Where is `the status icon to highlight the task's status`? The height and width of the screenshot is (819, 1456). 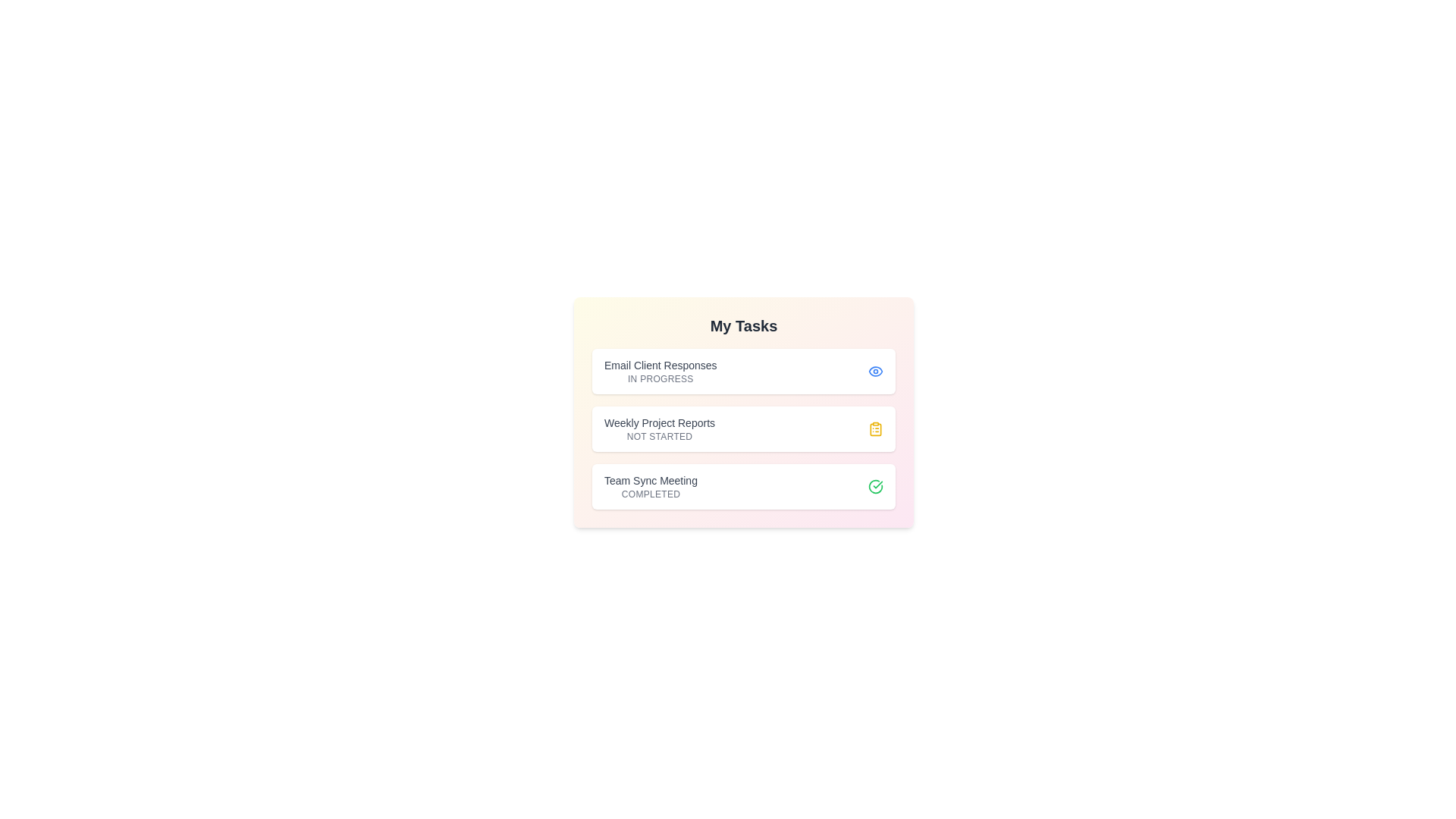 the status icon to highlight the task's status is located at coordinates (876, 371).